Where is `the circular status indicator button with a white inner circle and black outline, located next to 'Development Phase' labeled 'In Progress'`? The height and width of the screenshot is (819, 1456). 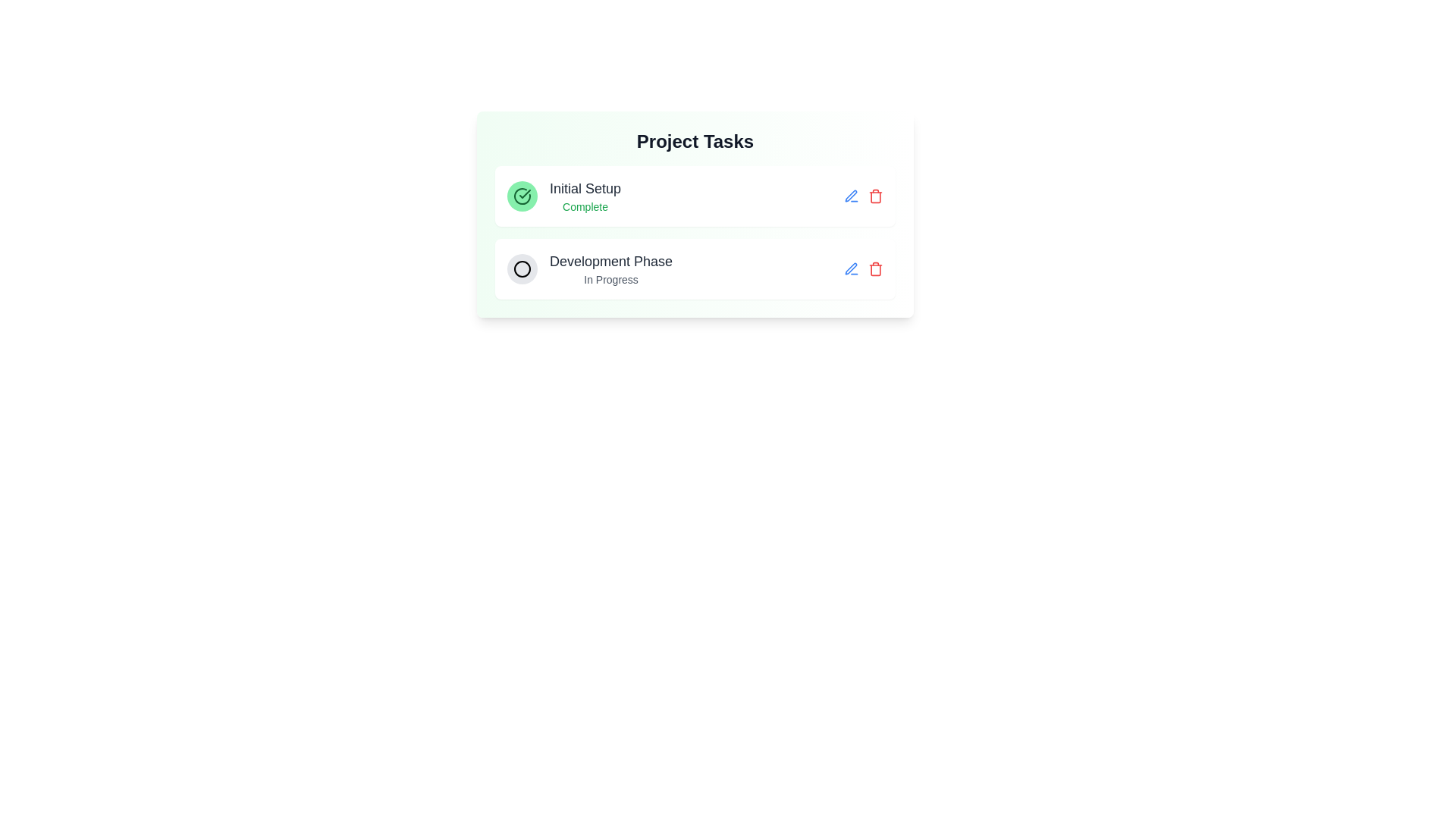
the circular status indicator button with a white inner circle and black outline, located next to 'Development Phase' labeled 'In Progress' is located at coordinates (522, 268).